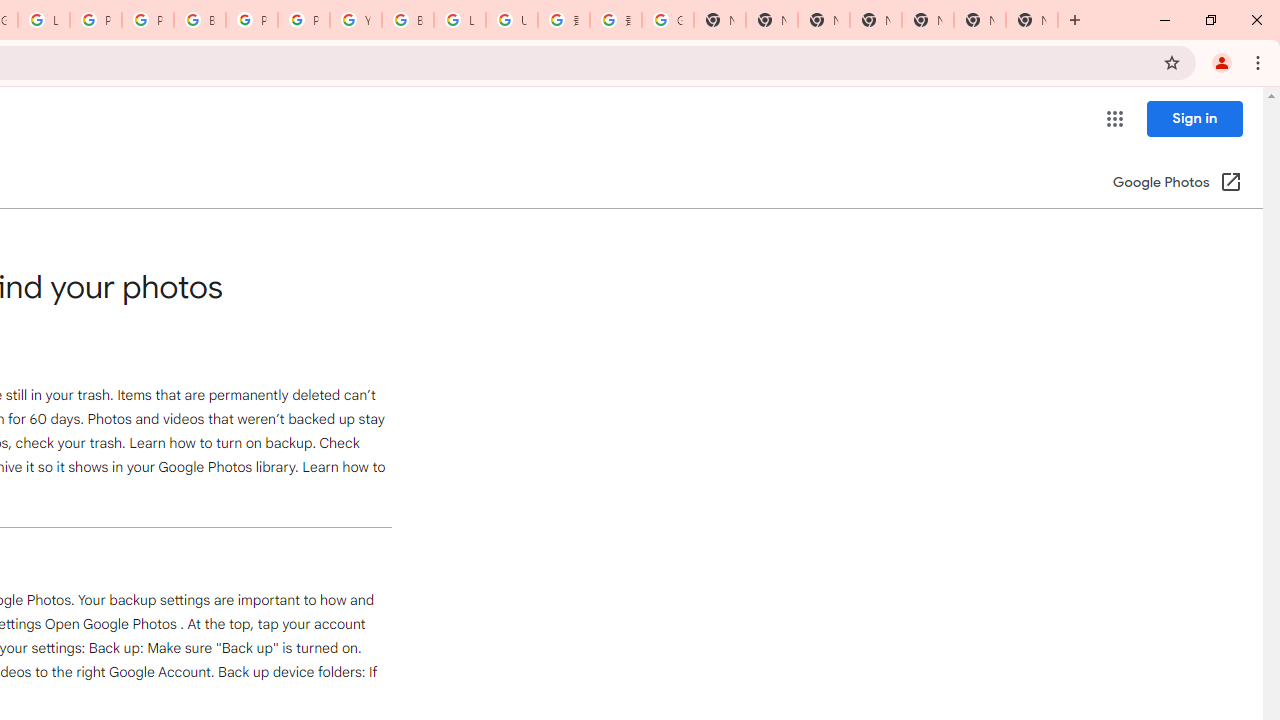  What do you see at coordinates (1177, 183) in the screenshot?
I see `'Google Photos (Open in a new window)'` at bounding box center [1177, 183].